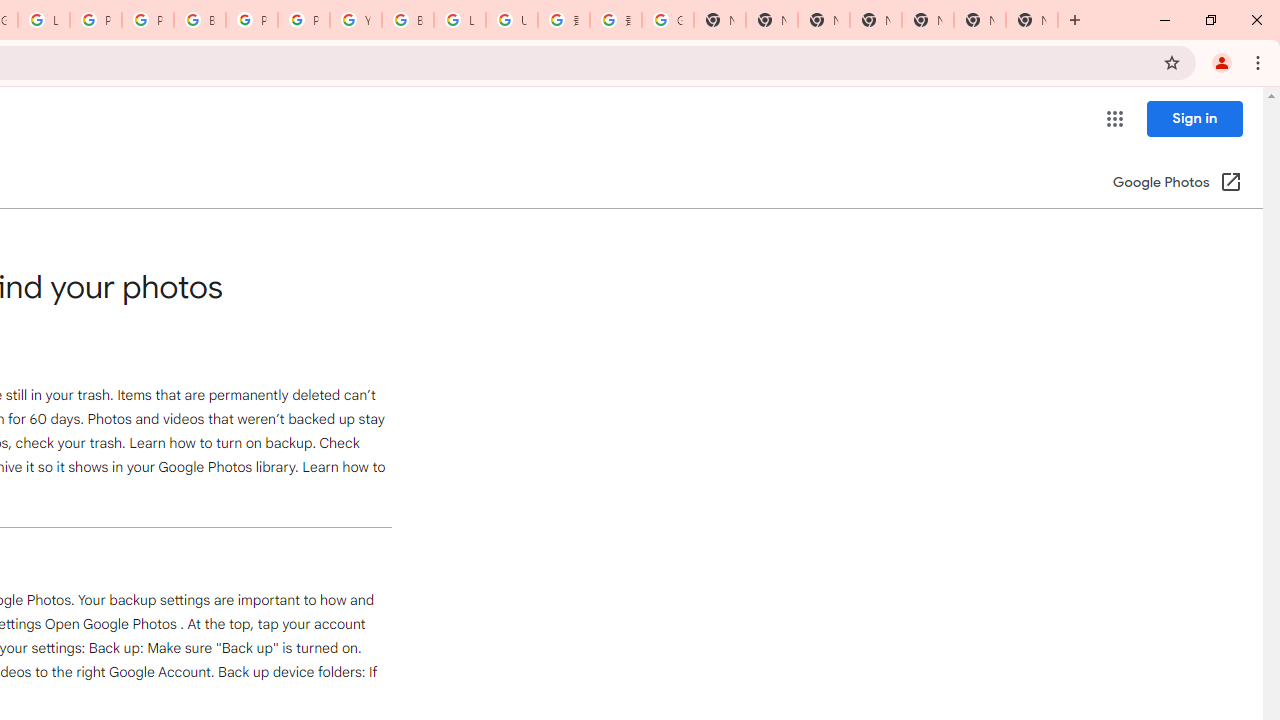  What do you see at coordinates (1177, 183) in the screenshot?
I see `'Google Photos (Open in a new window)'` at bounding box center [1177, 183].